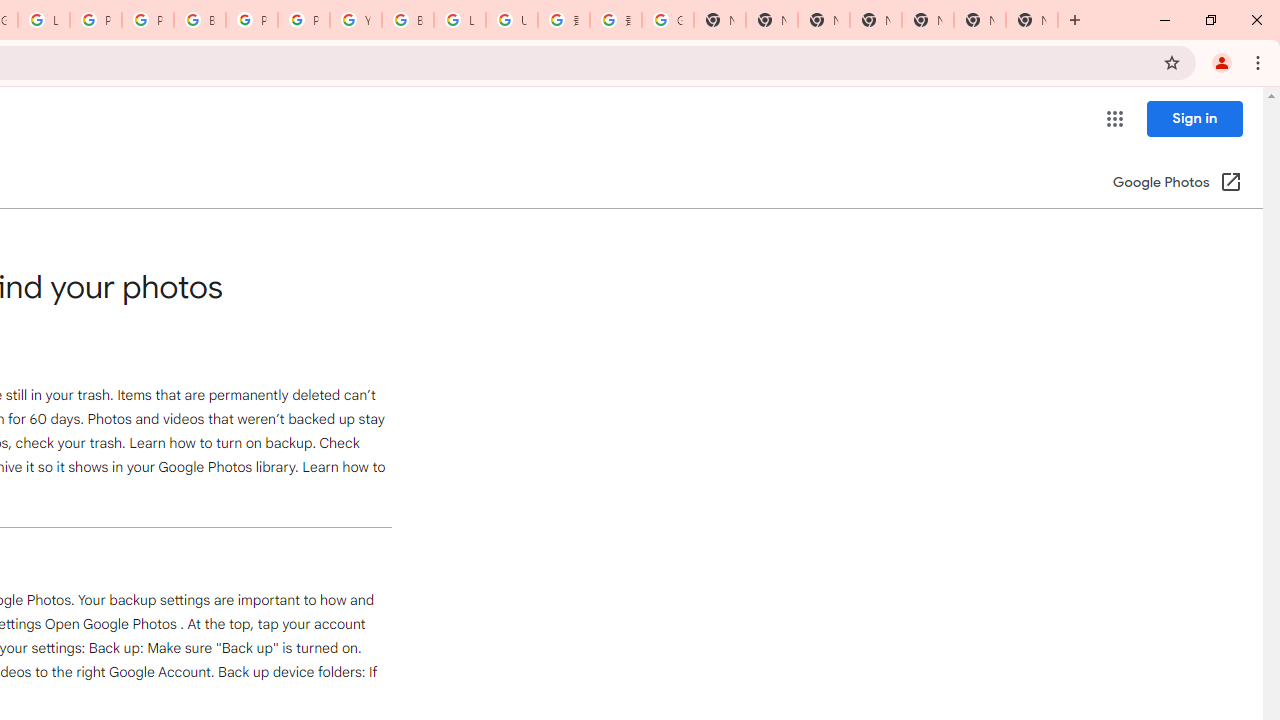  What do you see at coordinates (1177, 183) in the screenshot?
I see `'Google Photos (Open in a new window)'` at bounding box center [1177, 183].